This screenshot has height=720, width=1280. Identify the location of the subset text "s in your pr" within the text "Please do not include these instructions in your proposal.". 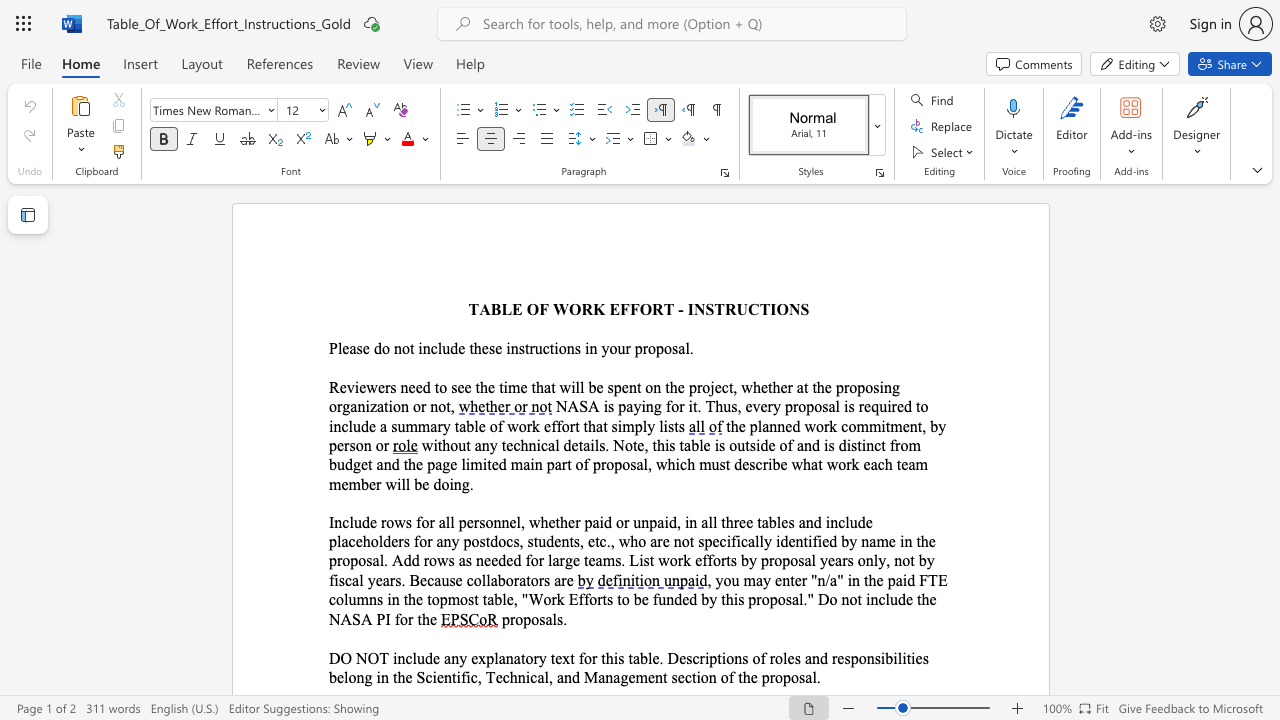
(573, 347).